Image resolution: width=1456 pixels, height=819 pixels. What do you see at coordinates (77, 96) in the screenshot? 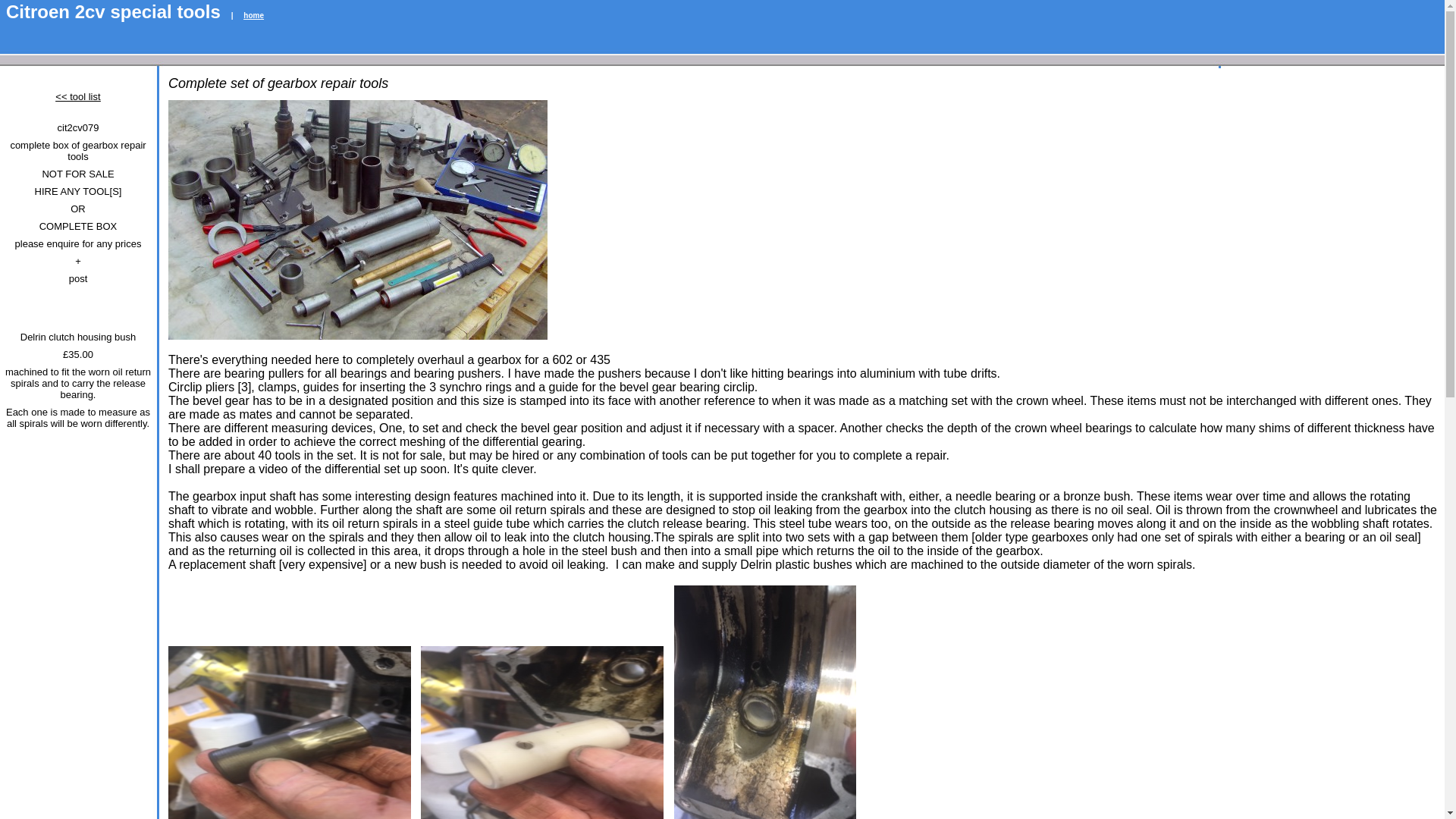
I see `'<< tool list'` at bounding box center [77, 96].